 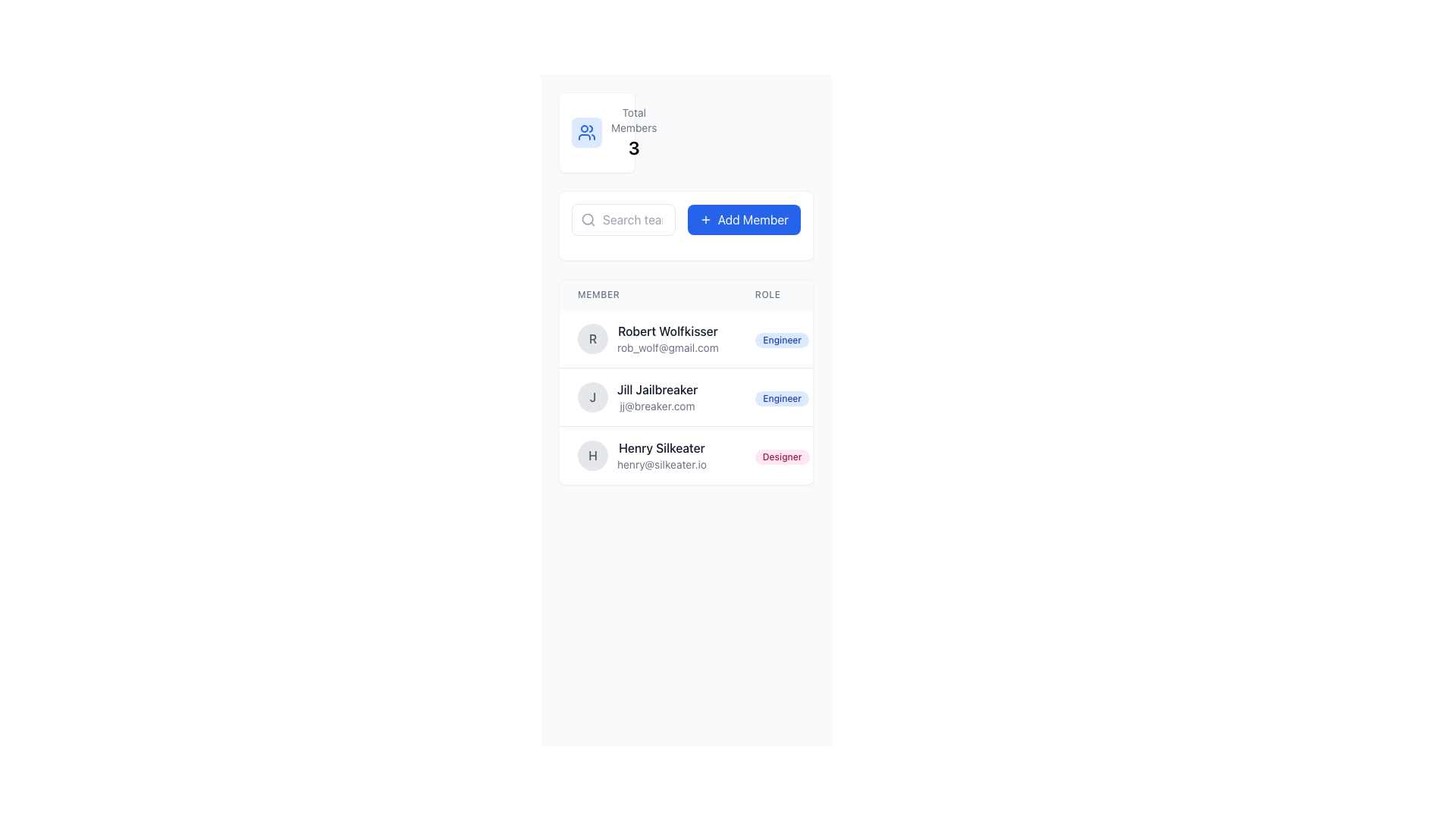 I want to click on the text label displaying 'Henry Silkeater' in the Member listing, which is positioned in the third row under the 'Member' column header, so click(x=662, y=447).